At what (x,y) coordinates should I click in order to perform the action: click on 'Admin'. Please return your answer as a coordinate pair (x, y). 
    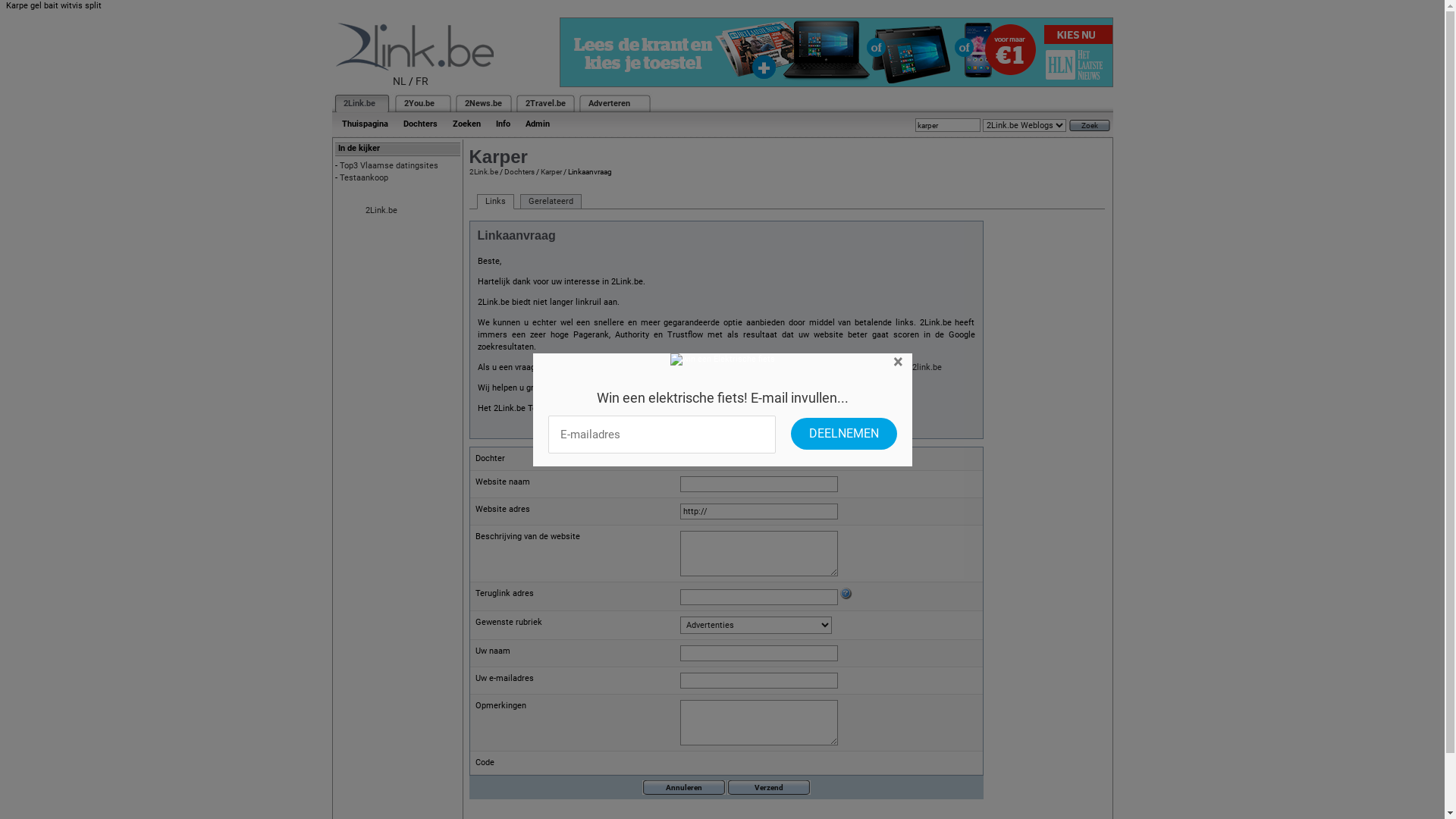
    Looking at the image, I should click on (537, 123).